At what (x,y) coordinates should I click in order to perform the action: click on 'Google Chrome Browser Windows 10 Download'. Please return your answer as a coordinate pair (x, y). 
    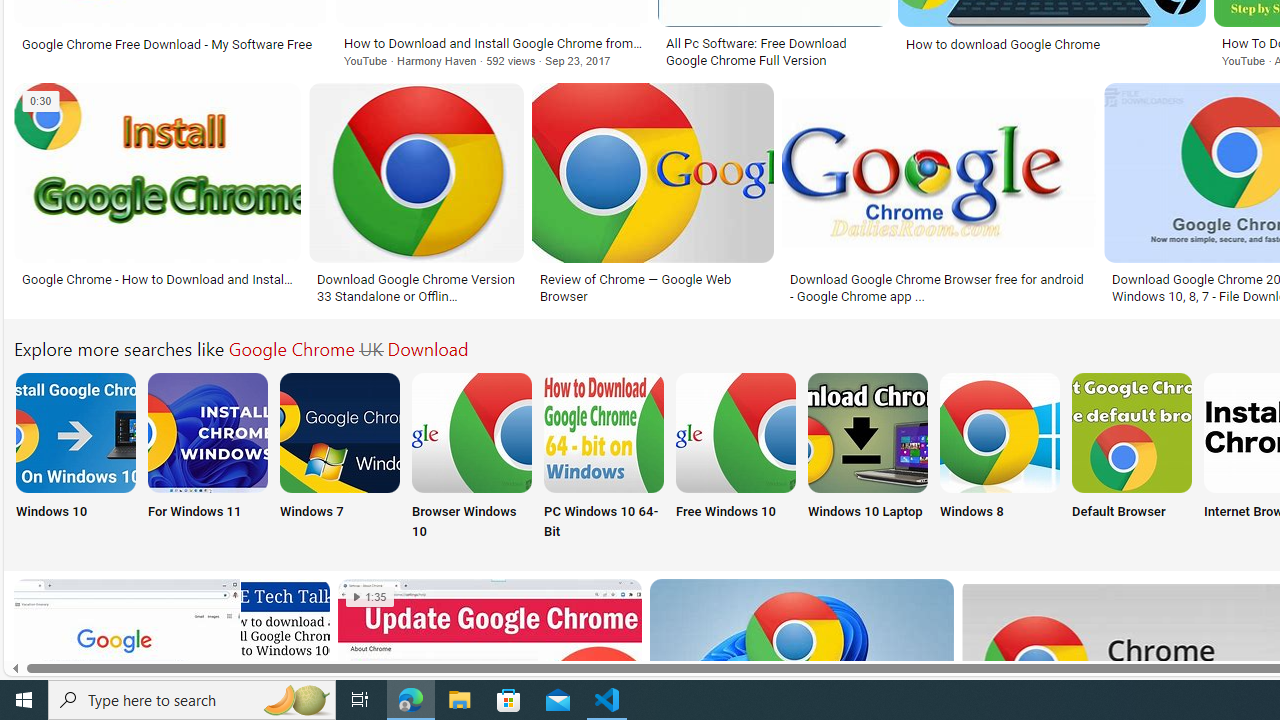
    Looking at the image, I should click on (471, 431).